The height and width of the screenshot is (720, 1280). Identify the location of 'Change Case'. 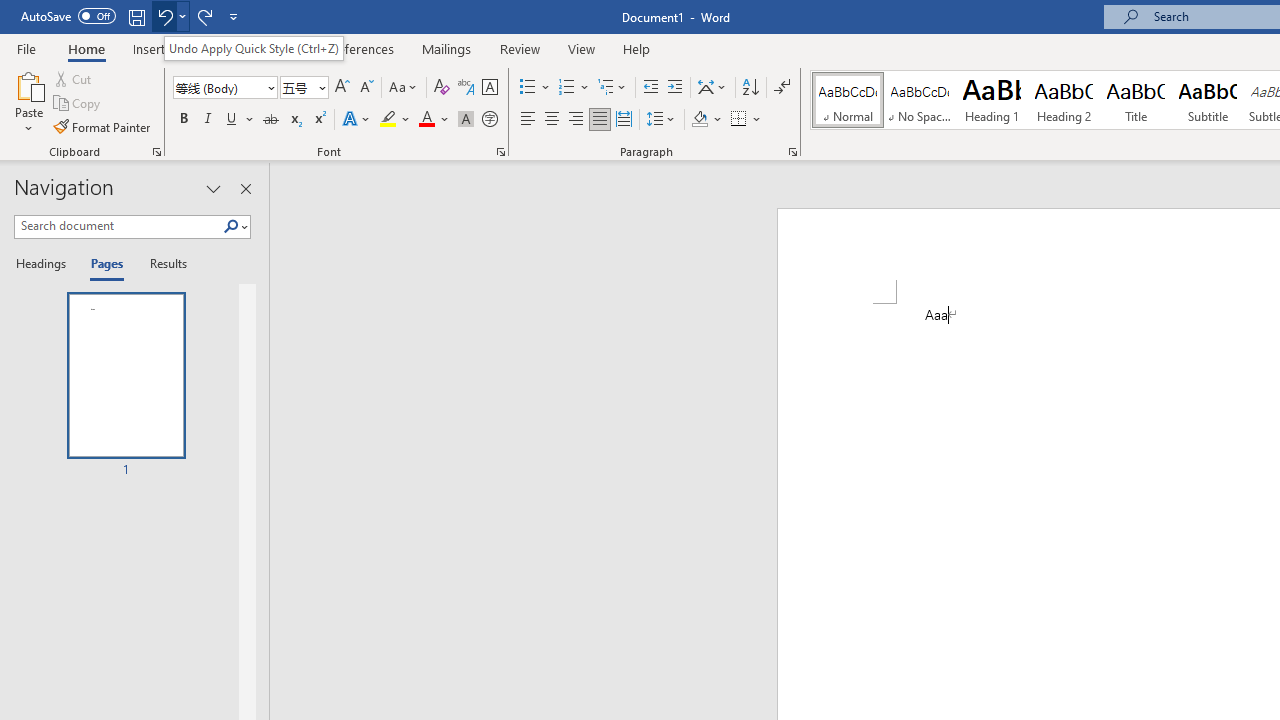
(403, 86).